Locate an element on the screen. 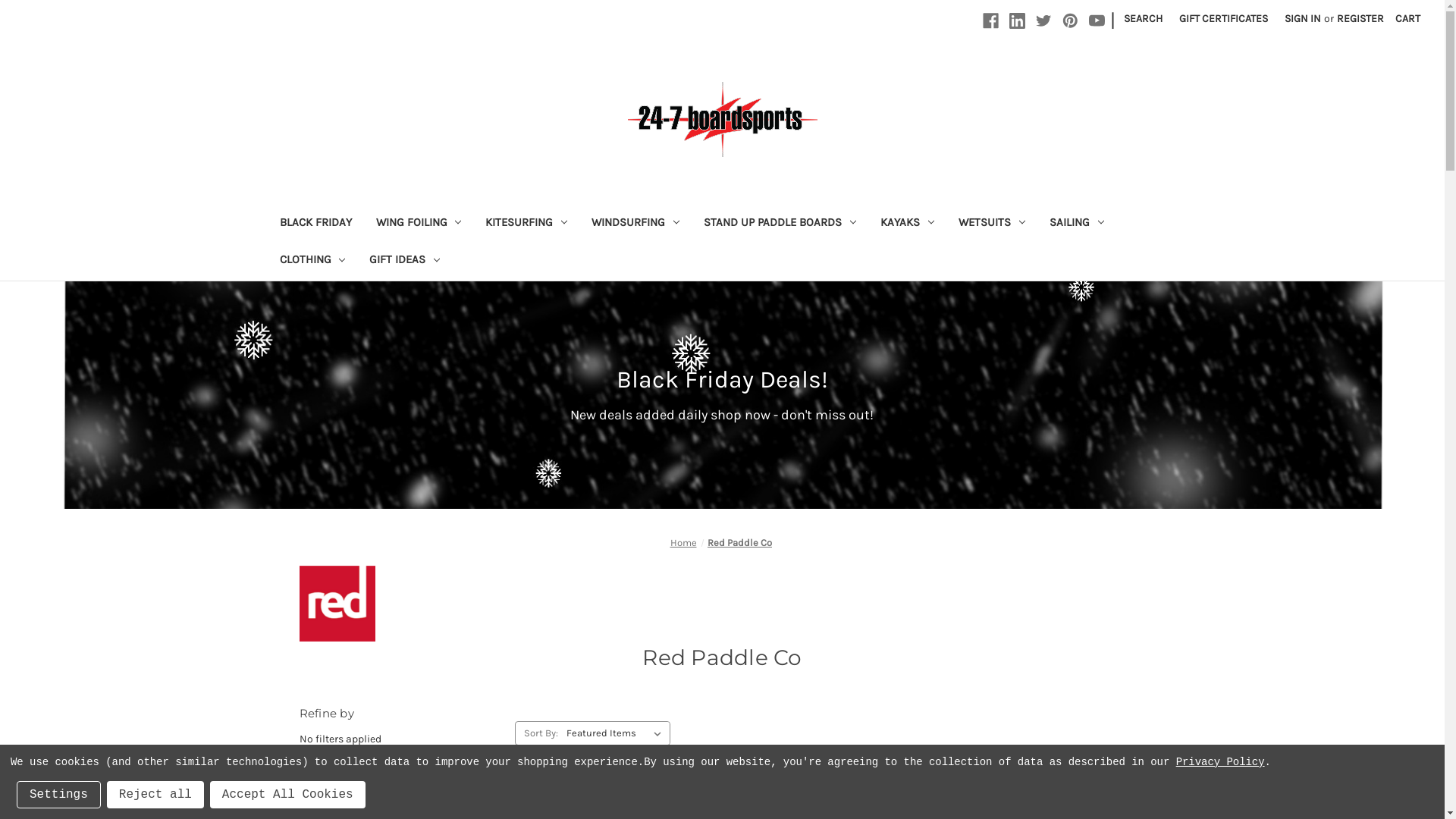 The width and height of the screenshot is (1456, 819). 'Linkedin' is located at coordinates (1017, 20).